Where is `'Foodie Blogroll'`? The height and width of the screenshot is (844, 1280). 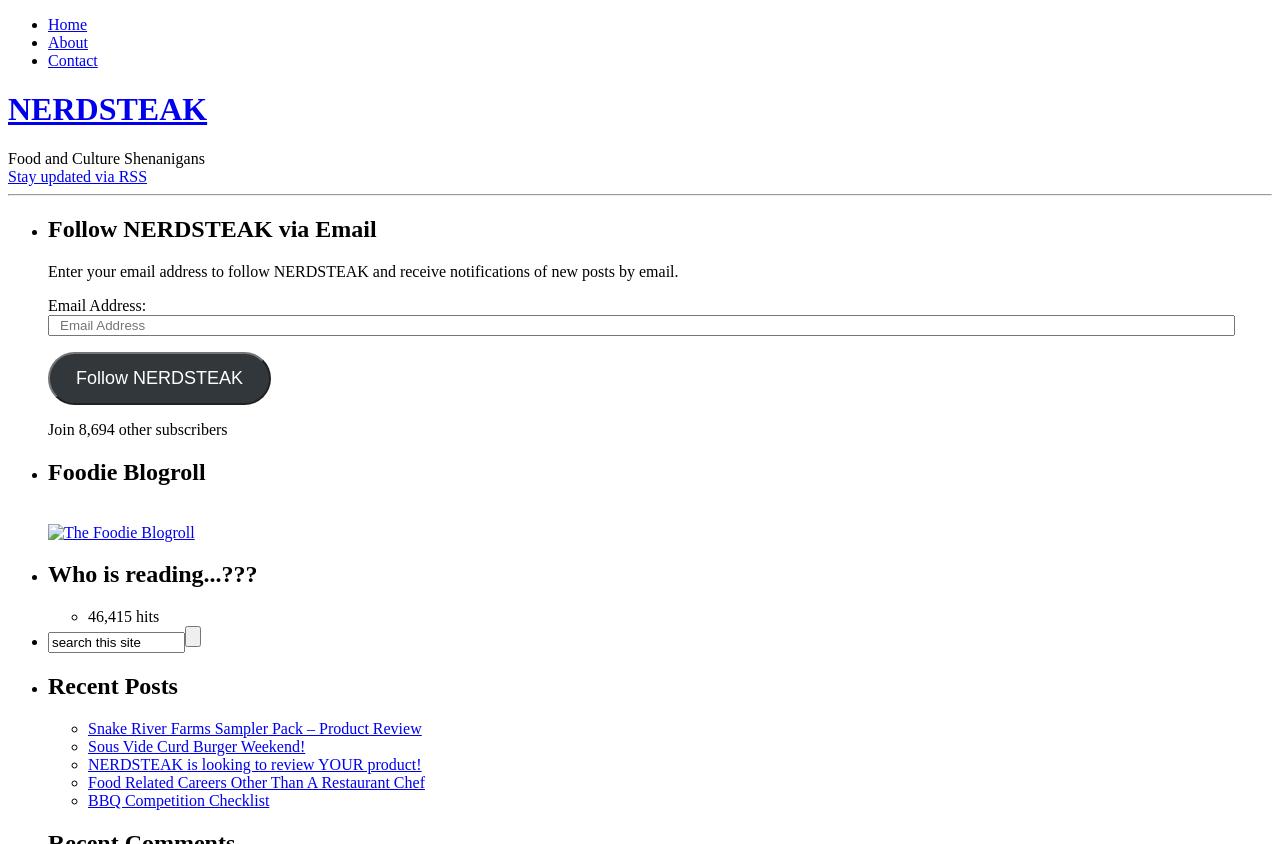
'Foodie Blogroll' is located at coordinates (48, 470).